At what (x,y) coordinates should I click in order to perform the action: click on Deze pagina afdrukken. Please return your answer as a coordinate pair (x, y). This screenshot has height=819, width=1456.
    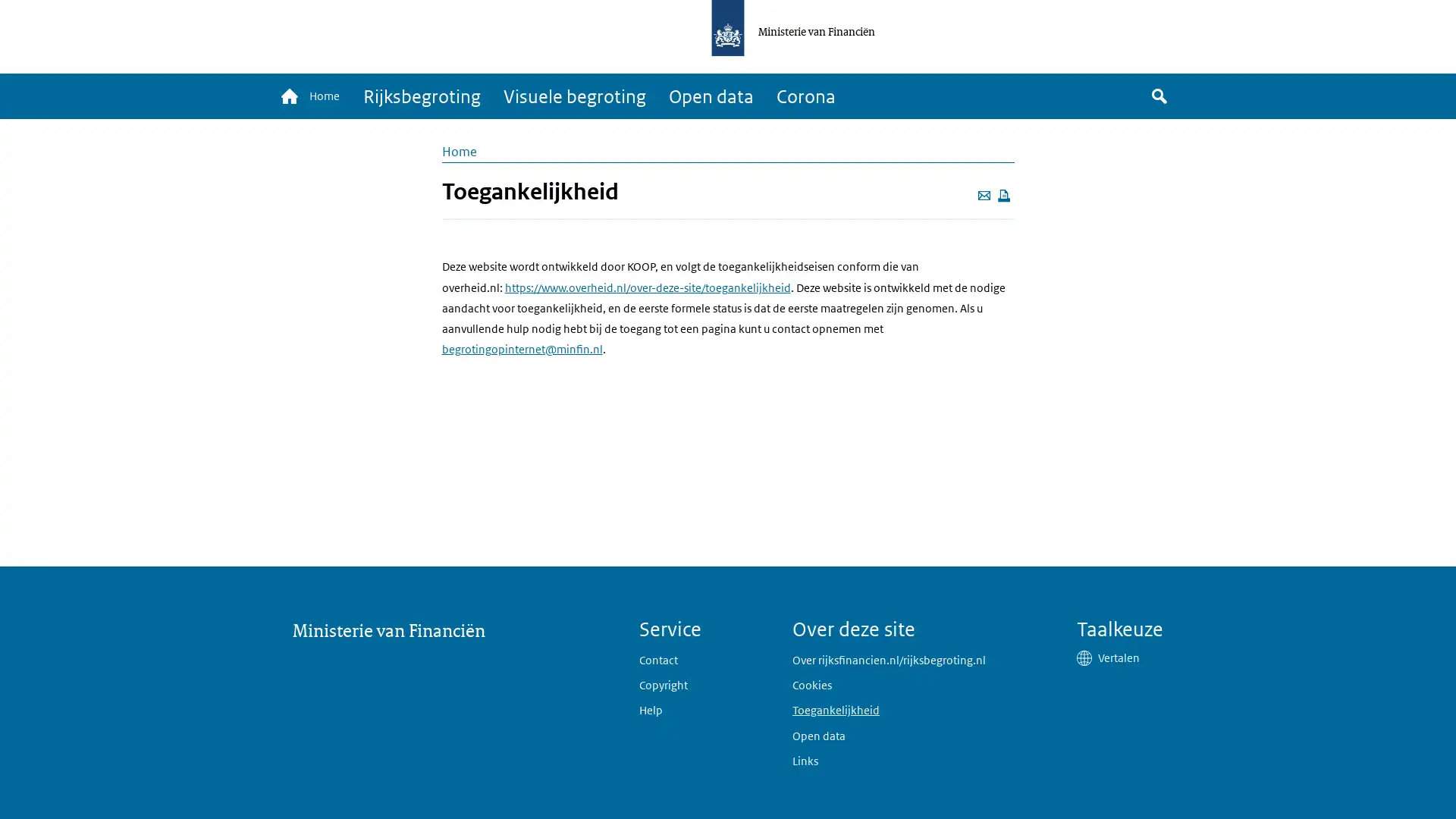
    Looking at the image, I should click on (1003, 196).